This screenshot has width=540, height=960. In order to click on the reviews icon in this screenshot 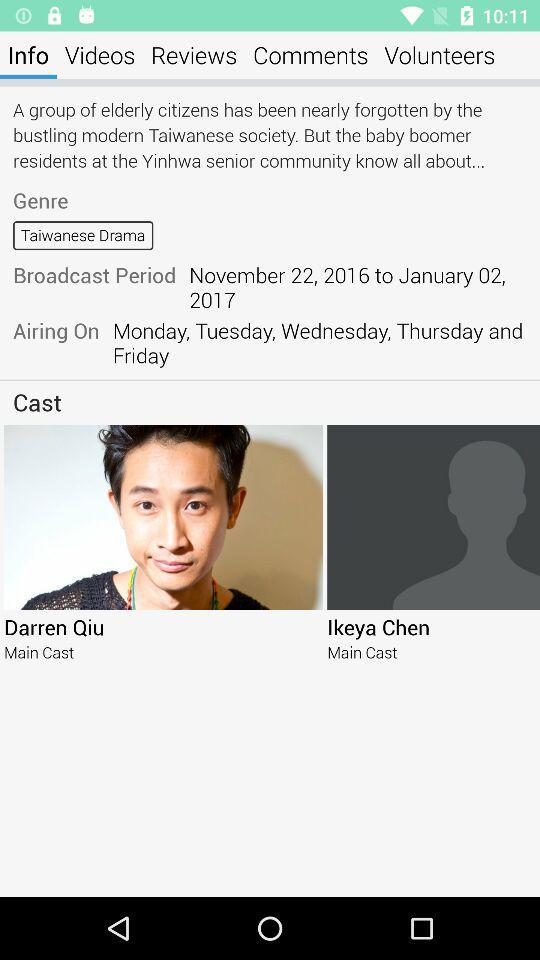, I will do `click(194, 54)`.